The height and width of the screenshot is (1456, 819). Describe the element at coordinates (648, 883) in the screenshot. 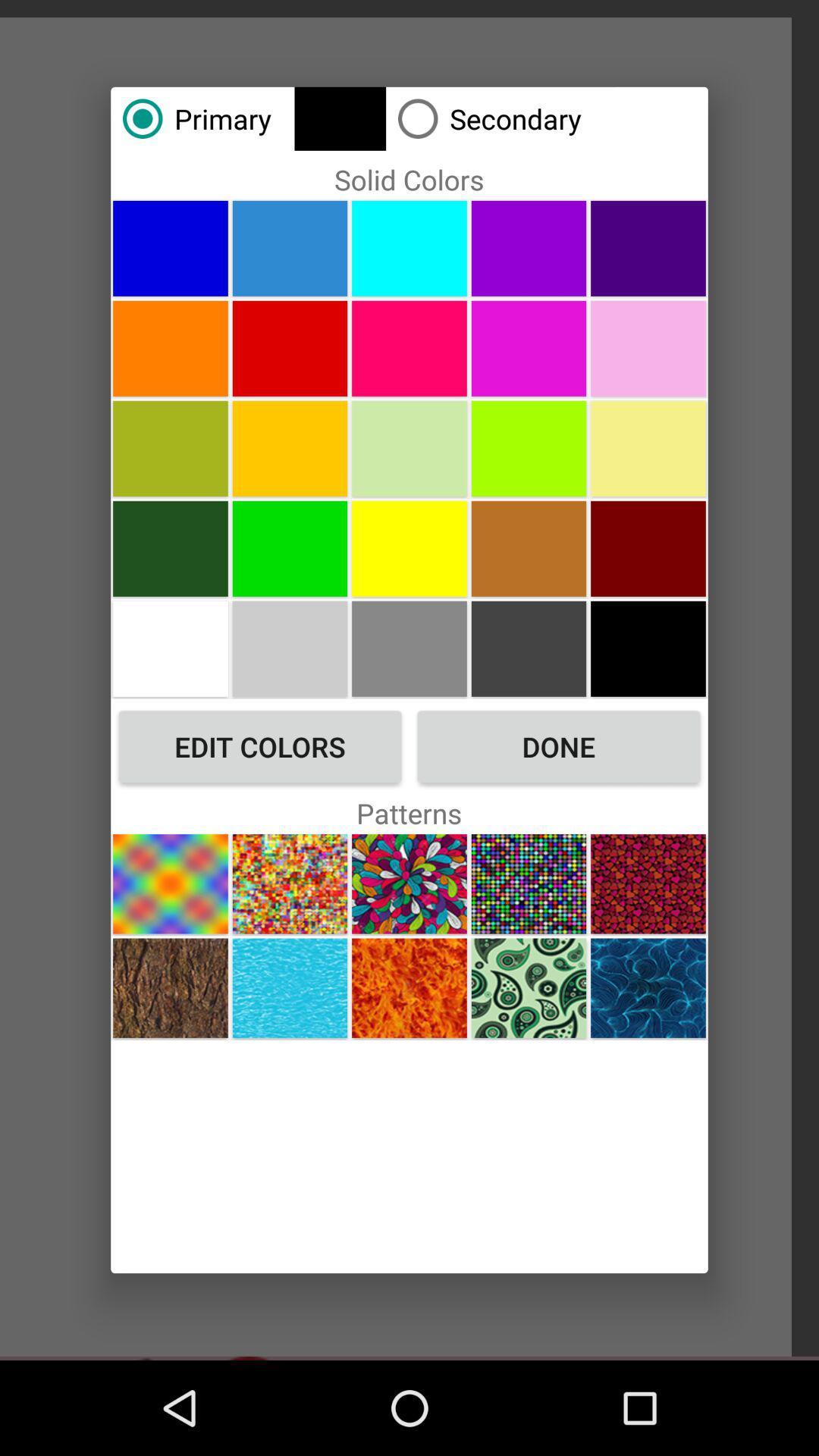

I see `the item below the done item` at that location.